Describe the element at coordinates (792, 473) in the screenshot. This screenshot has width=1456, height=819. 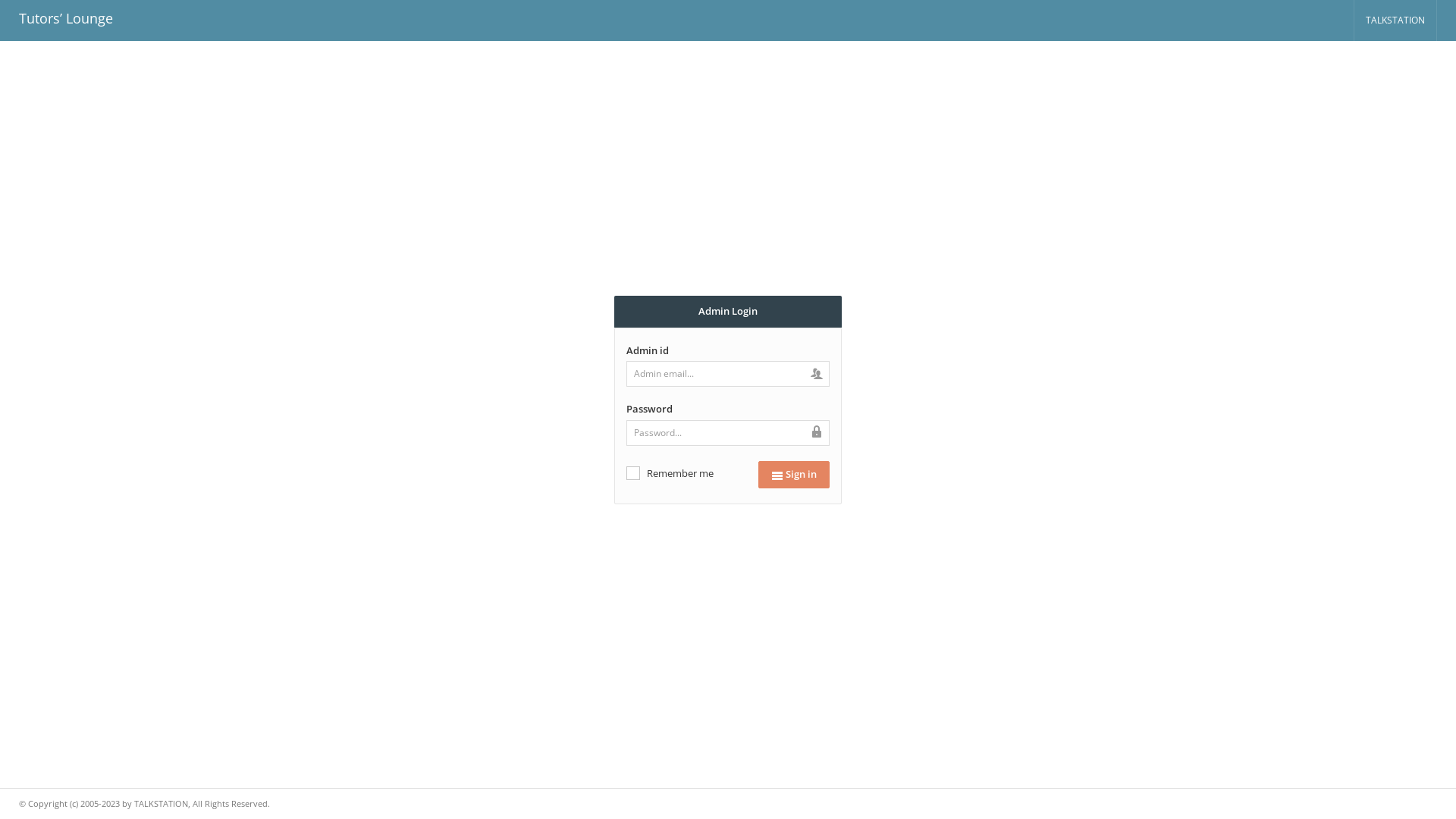
I see `'Sign in'` at that location.